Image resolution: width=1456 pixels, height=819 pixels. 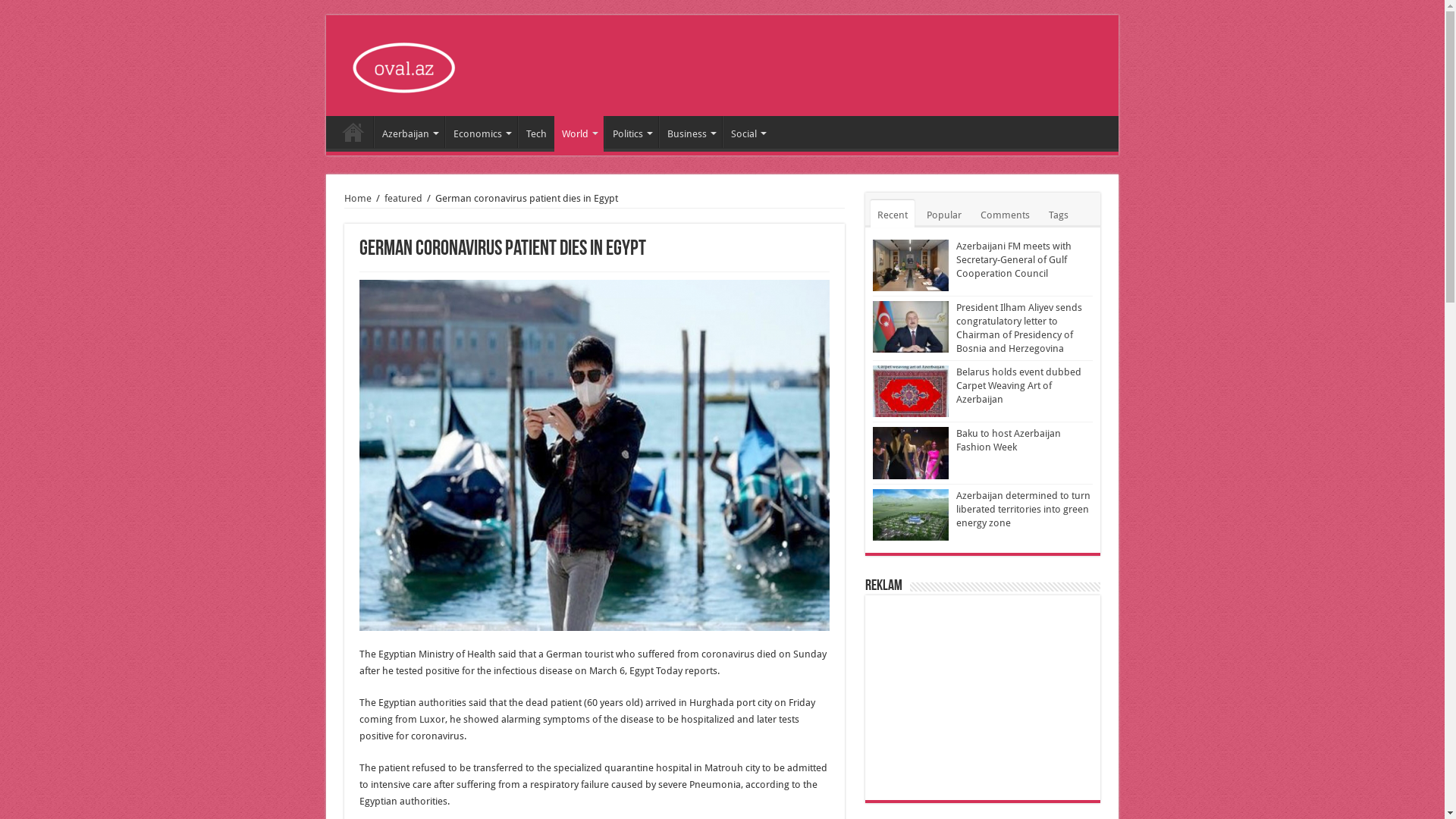 I want to click on 'Comments', so click(x=973, y=213).